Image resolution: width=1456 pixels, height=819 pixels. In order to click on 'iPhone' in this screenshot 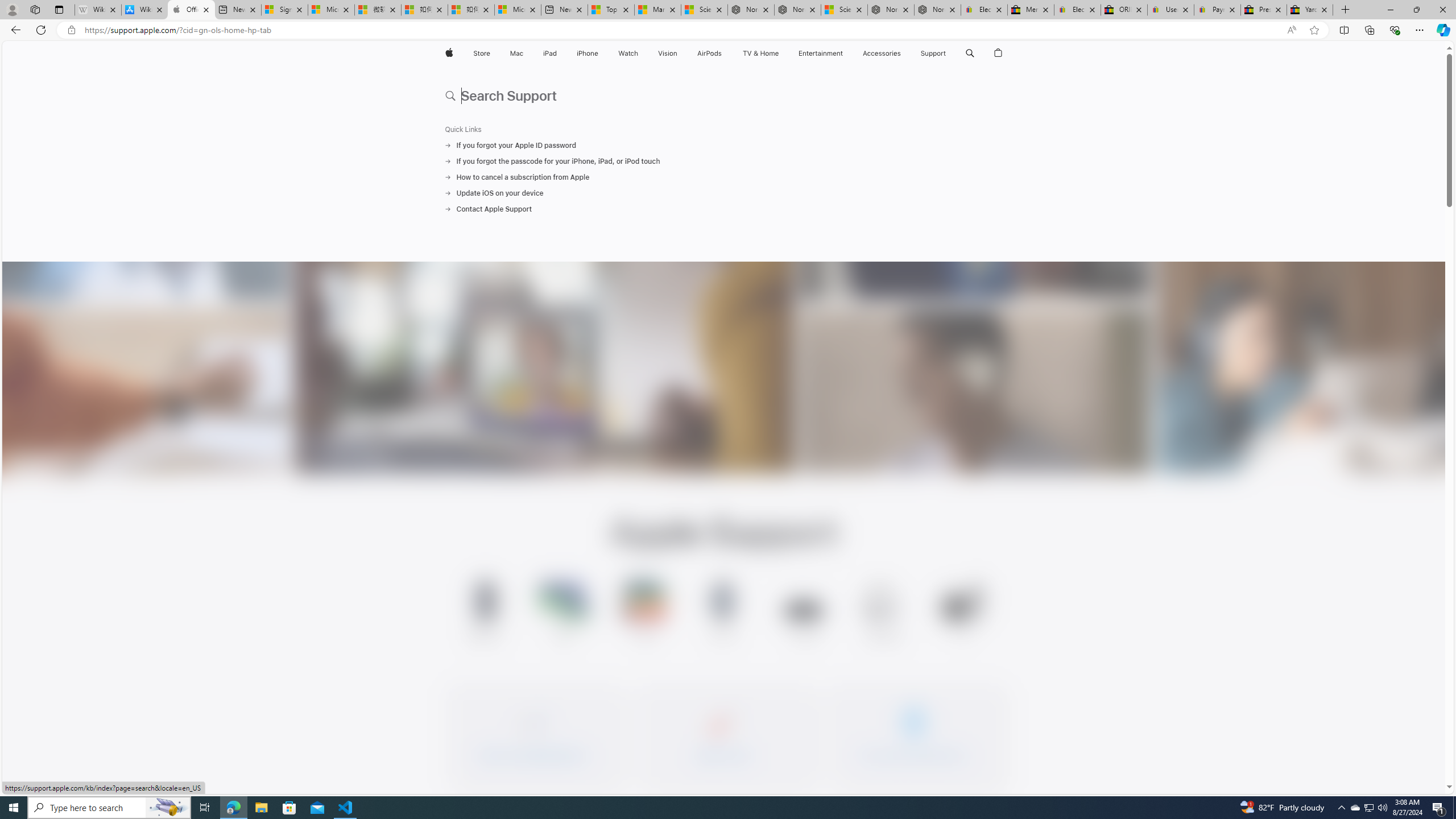, I will do `click(586, 53)`.